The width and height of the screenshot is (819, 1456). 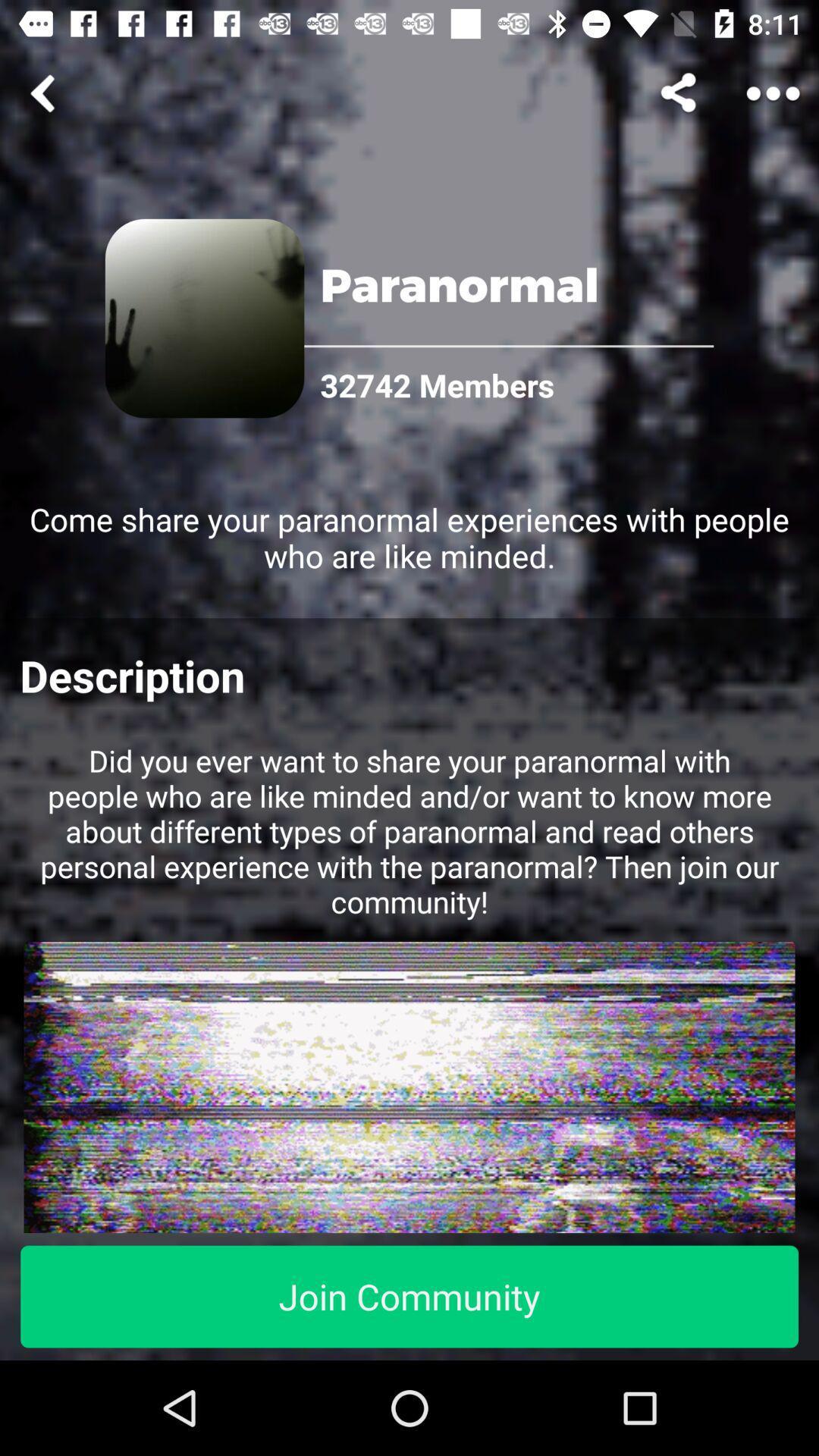 I want to click on the share icon, so click(x=680, y=93).